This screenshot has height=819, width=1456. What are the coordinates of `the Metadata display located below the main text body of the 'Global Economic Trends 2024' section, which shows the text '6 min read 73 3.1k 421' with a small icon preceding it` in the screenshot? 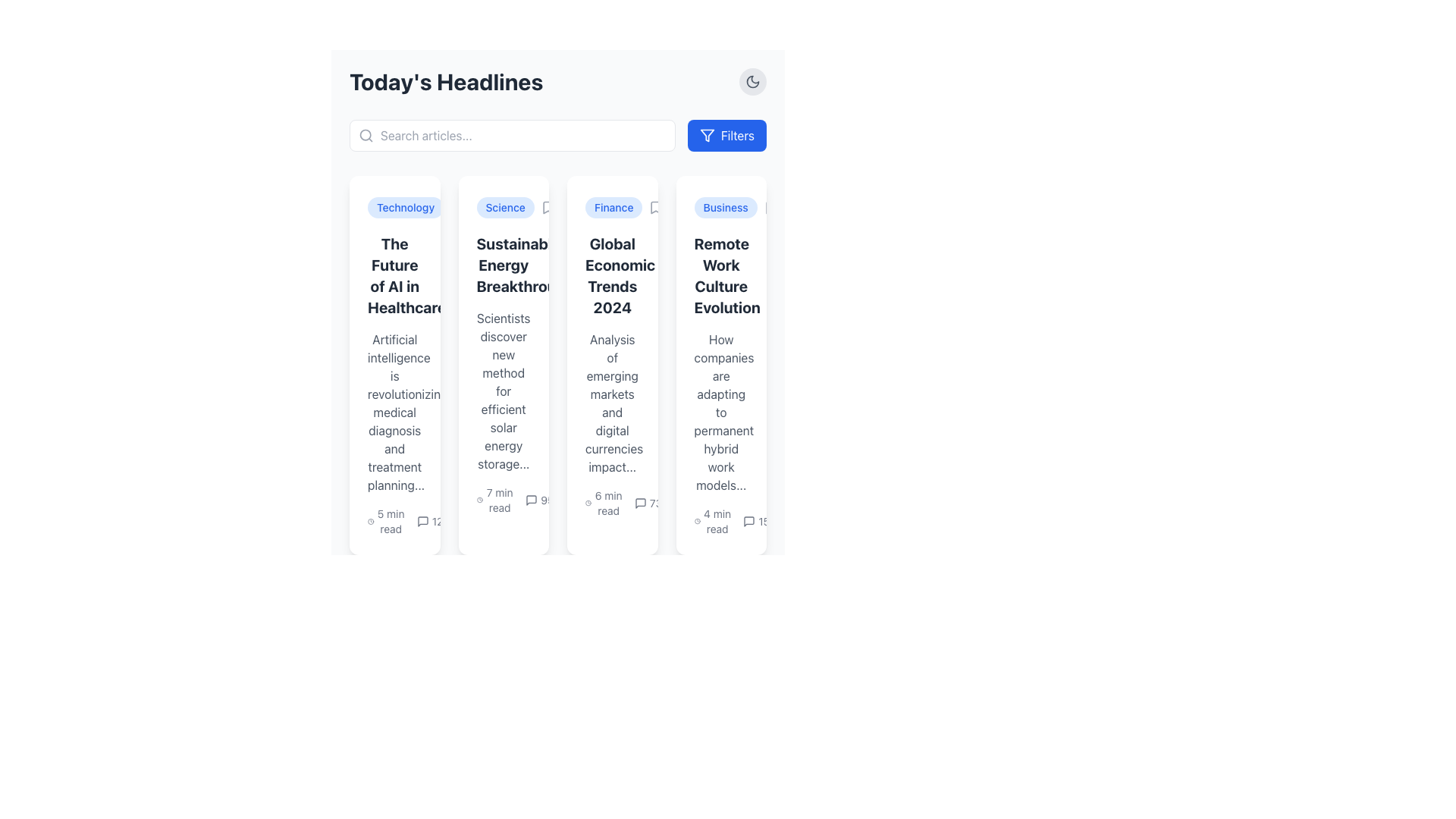 It's located at (612, 503).